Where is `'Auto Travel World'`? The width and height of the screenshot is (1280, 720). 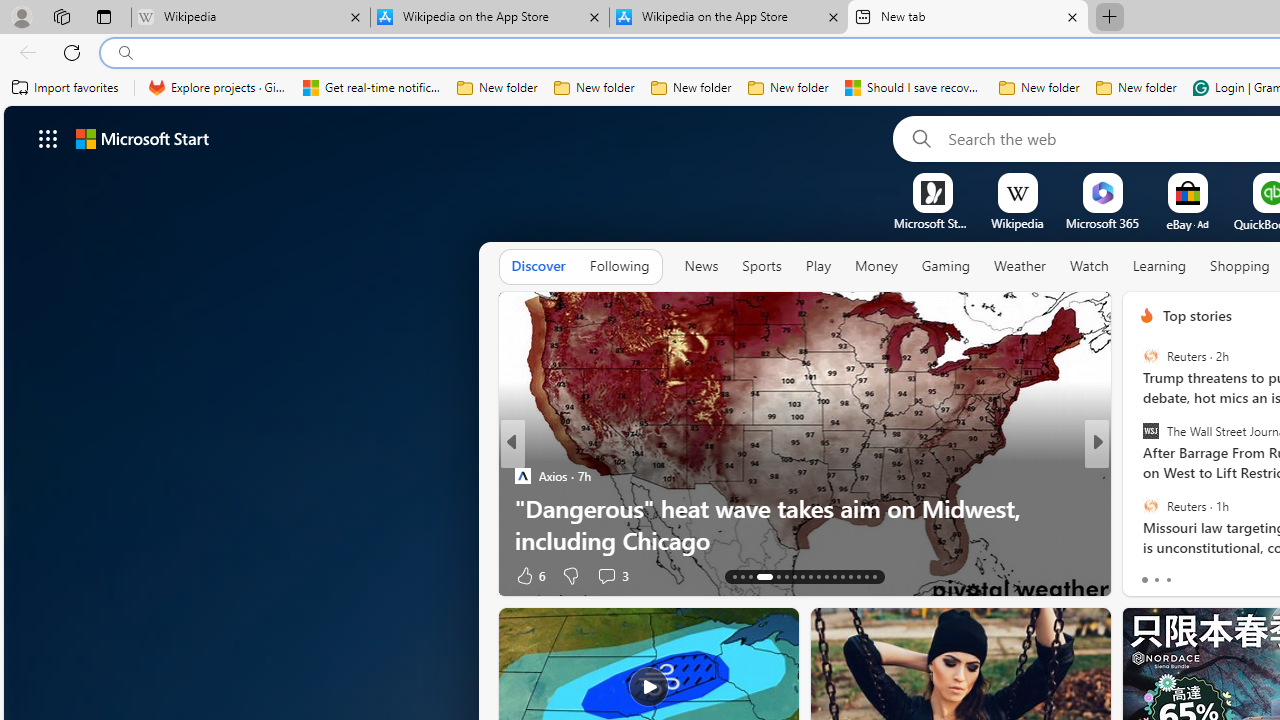
'Auto Travel World' is located at coordinates (1138, 475).